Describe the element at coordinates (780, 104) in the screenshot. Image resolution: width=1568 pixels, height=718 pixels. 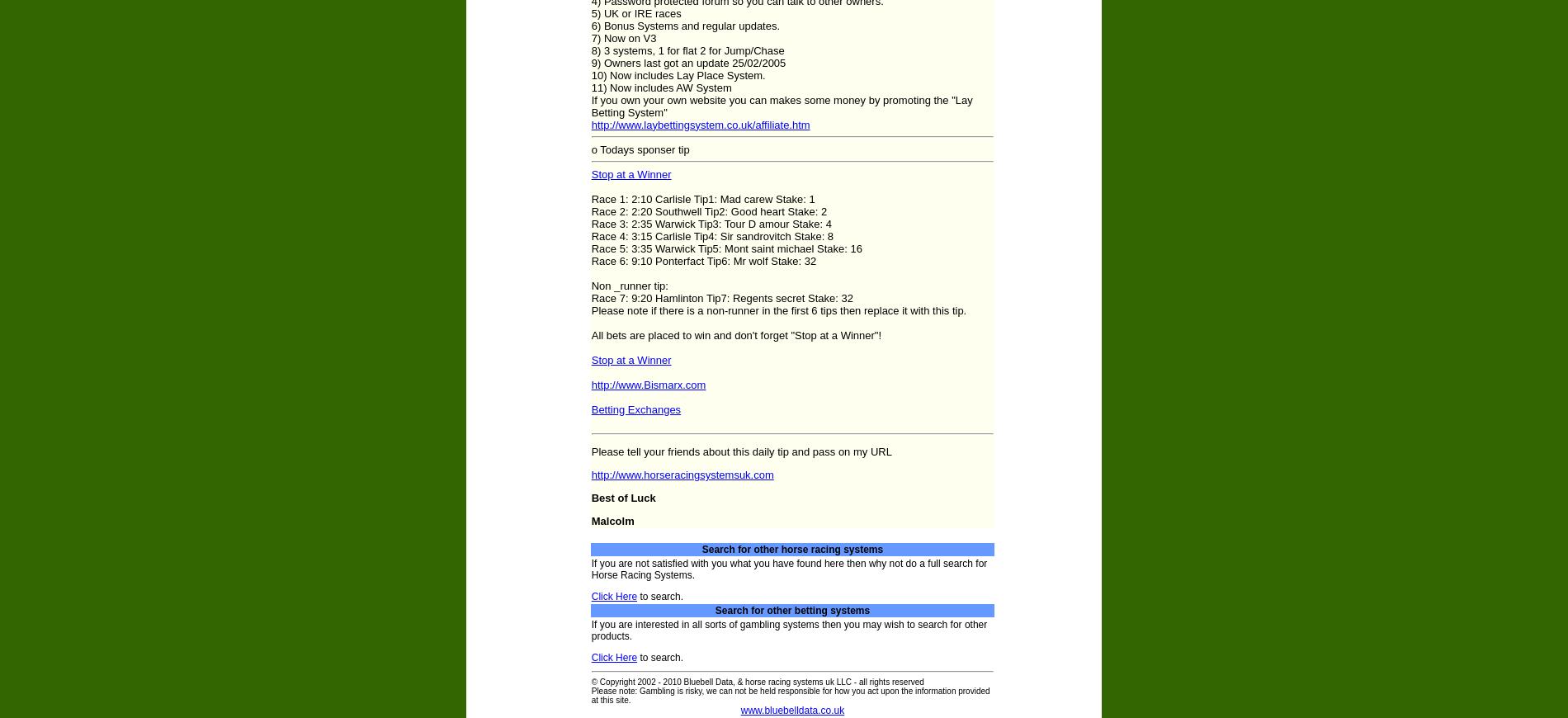
I see `'If you own your own website you can makes some money by promoting the
"Lay Betting System"'` at that location.